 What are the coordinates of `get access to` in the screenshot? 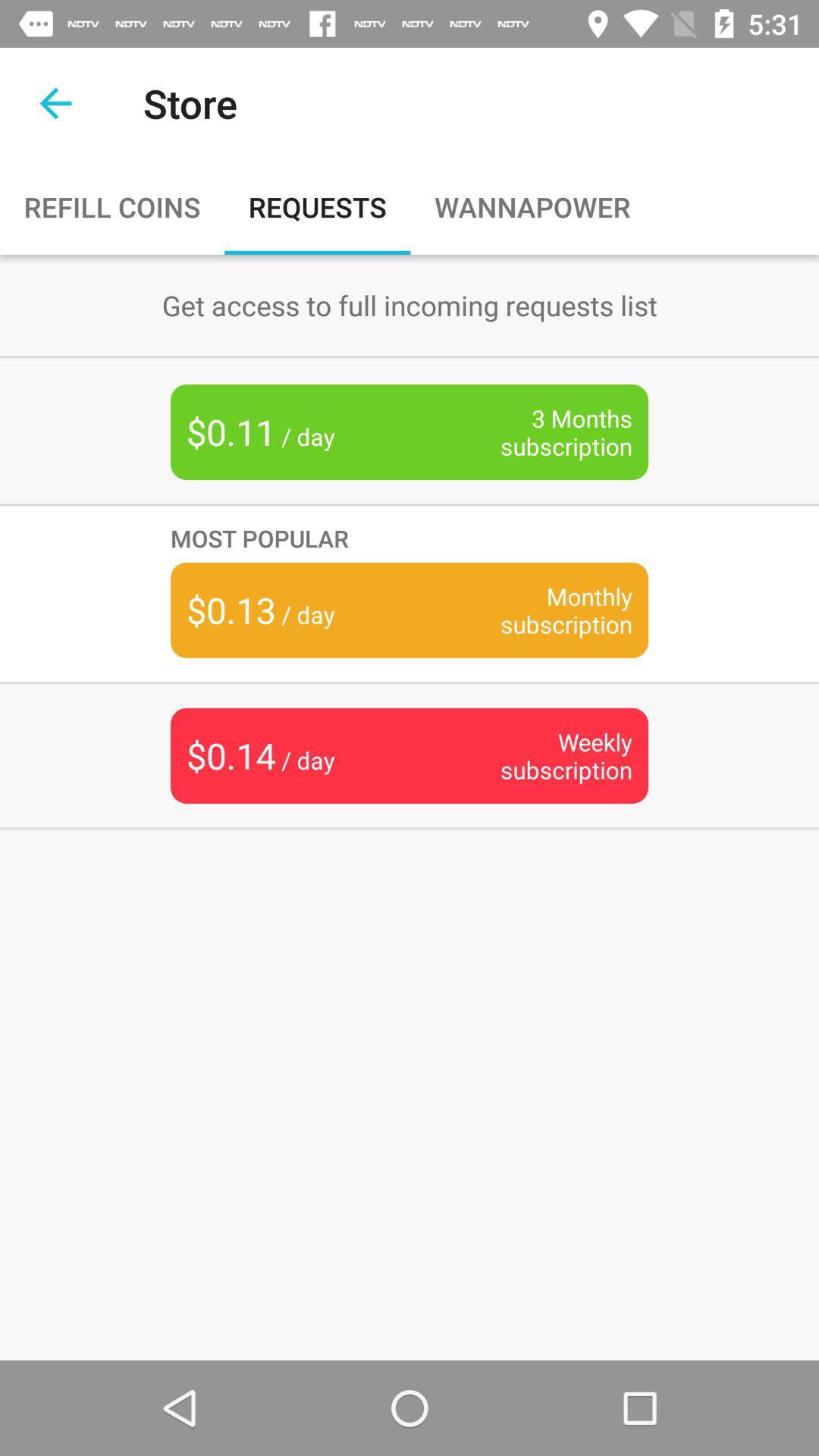 It's located at (409, 304).